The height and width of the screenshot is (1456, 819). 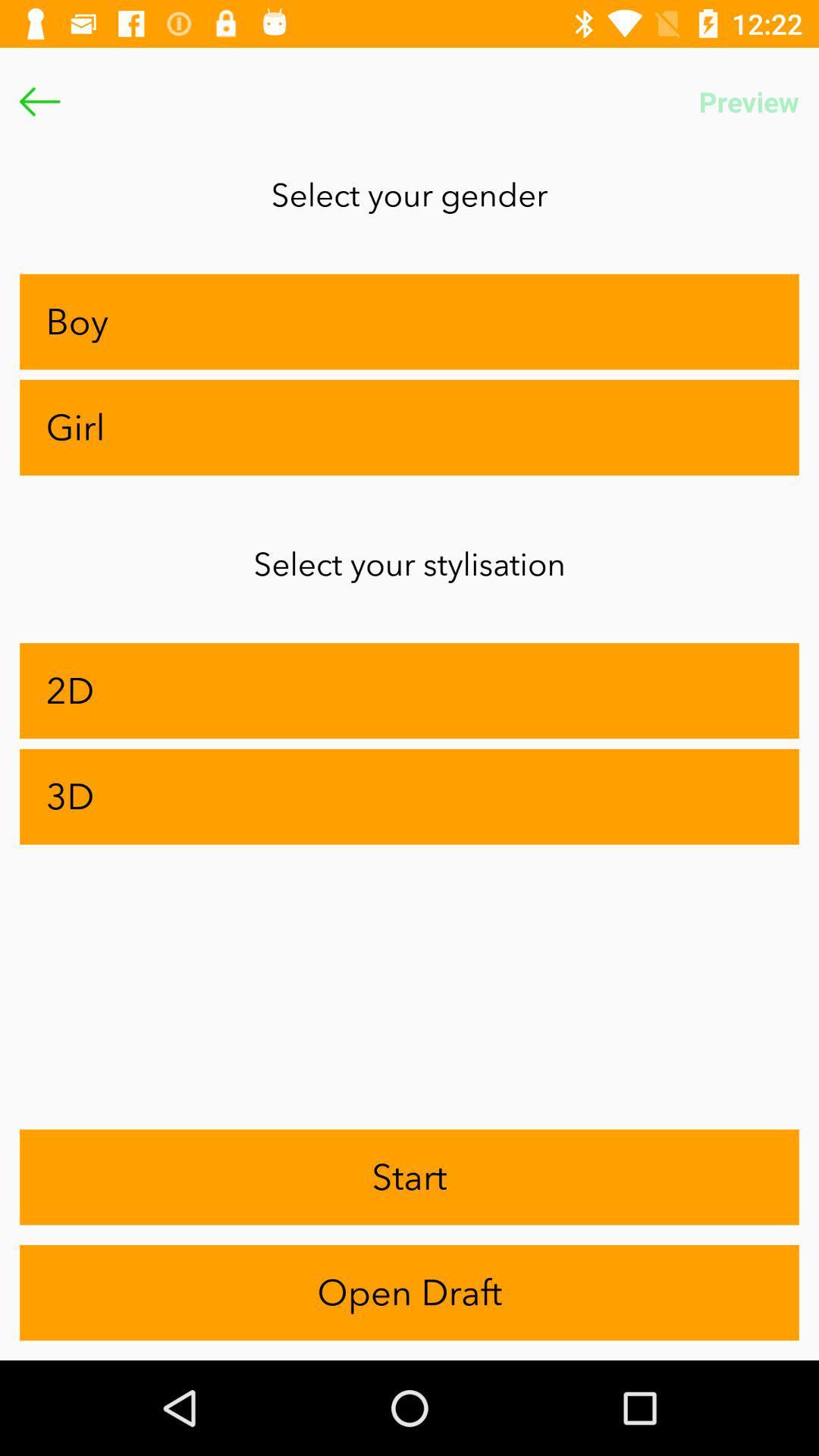 What do you see at coordinates (39, 101) in the screenshot?
I see `the arrow_backward icon` at bounding box center [39, 101].